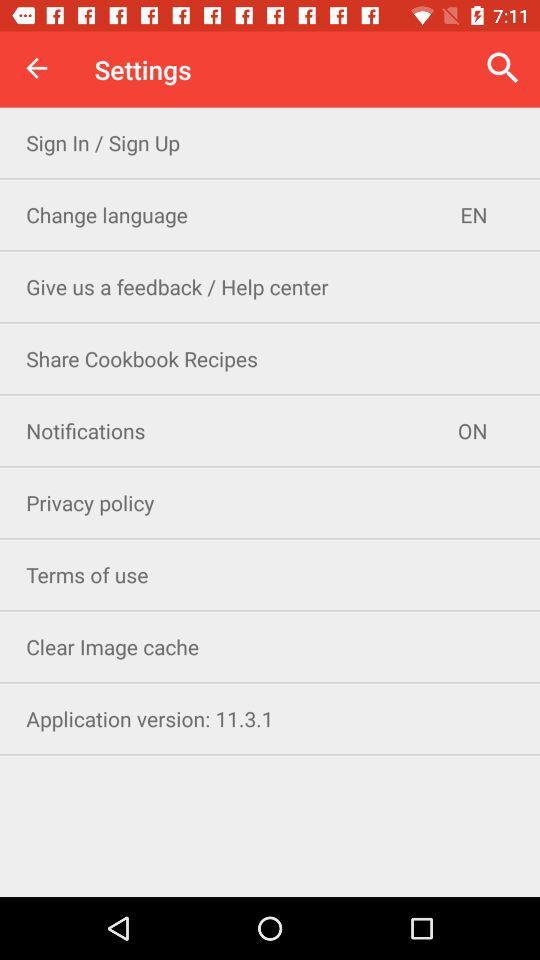 The height and width of the screenshot is (960, 540). What do you see at coordinates (270, 141) in the screenshot?
I see `the sign in sign` at bounding box center [270, 141].